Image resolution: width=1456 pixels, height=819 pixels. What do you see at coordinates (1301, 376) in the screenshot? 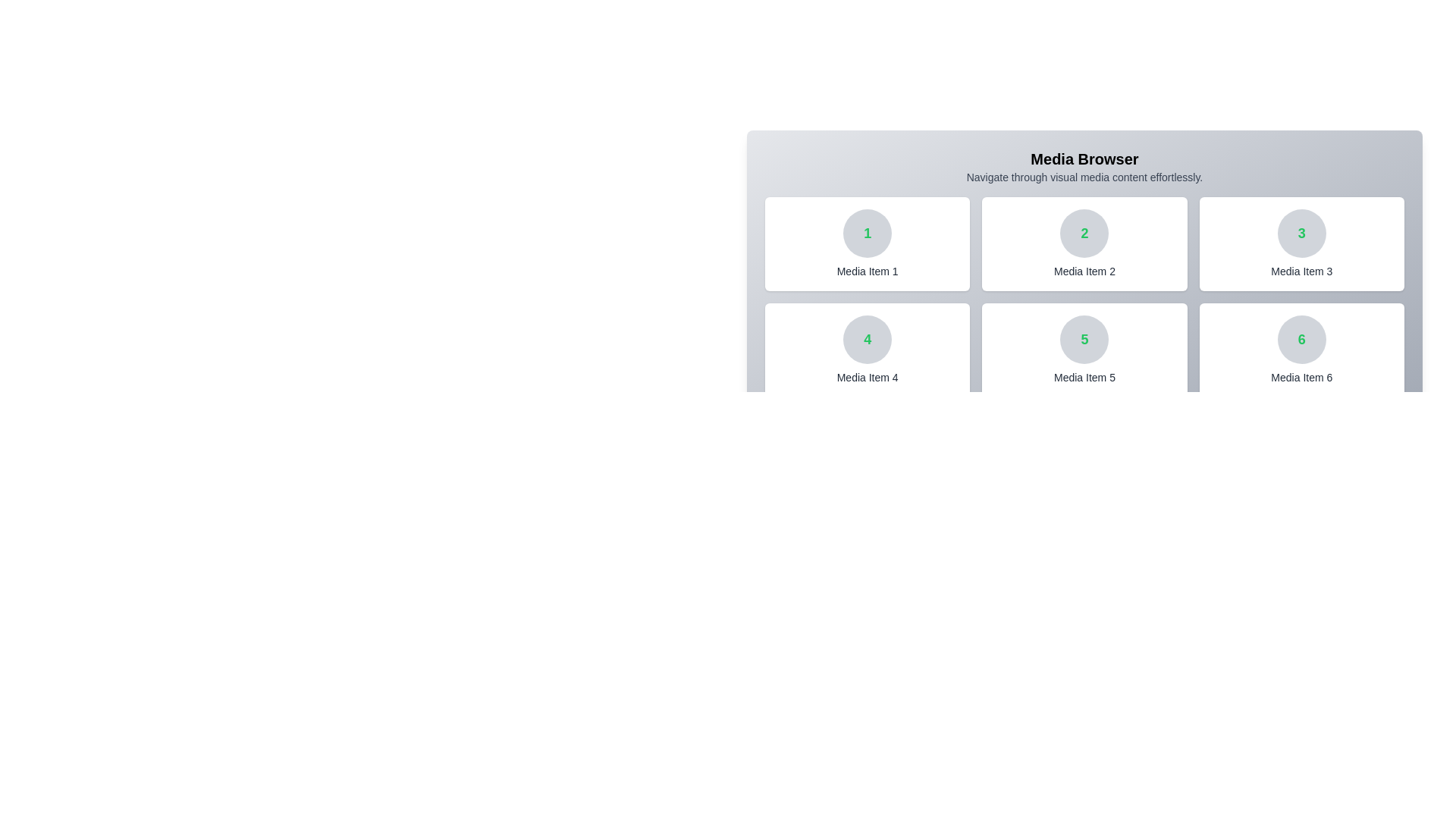
I see `the text label that reads 'Media Item 6', which is styled in a small-size font with a gray color, located in the bottom-right corner of the grid layout` at bounding box center [1301, 376].